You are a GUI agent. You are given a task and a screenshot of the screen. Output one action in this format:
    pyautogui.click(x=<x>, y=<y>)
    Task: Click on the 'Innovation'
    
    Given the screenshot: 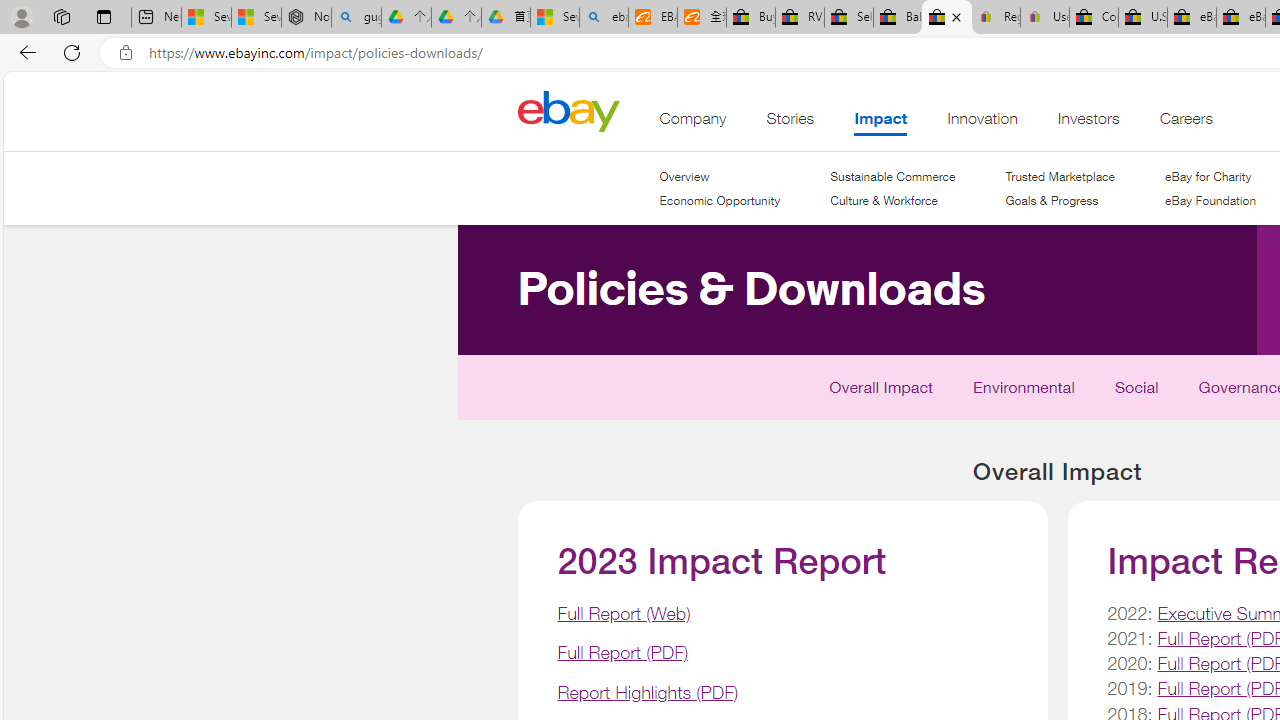 What is the action you would take?
    pyautogui.click(x=982, y=123)
    